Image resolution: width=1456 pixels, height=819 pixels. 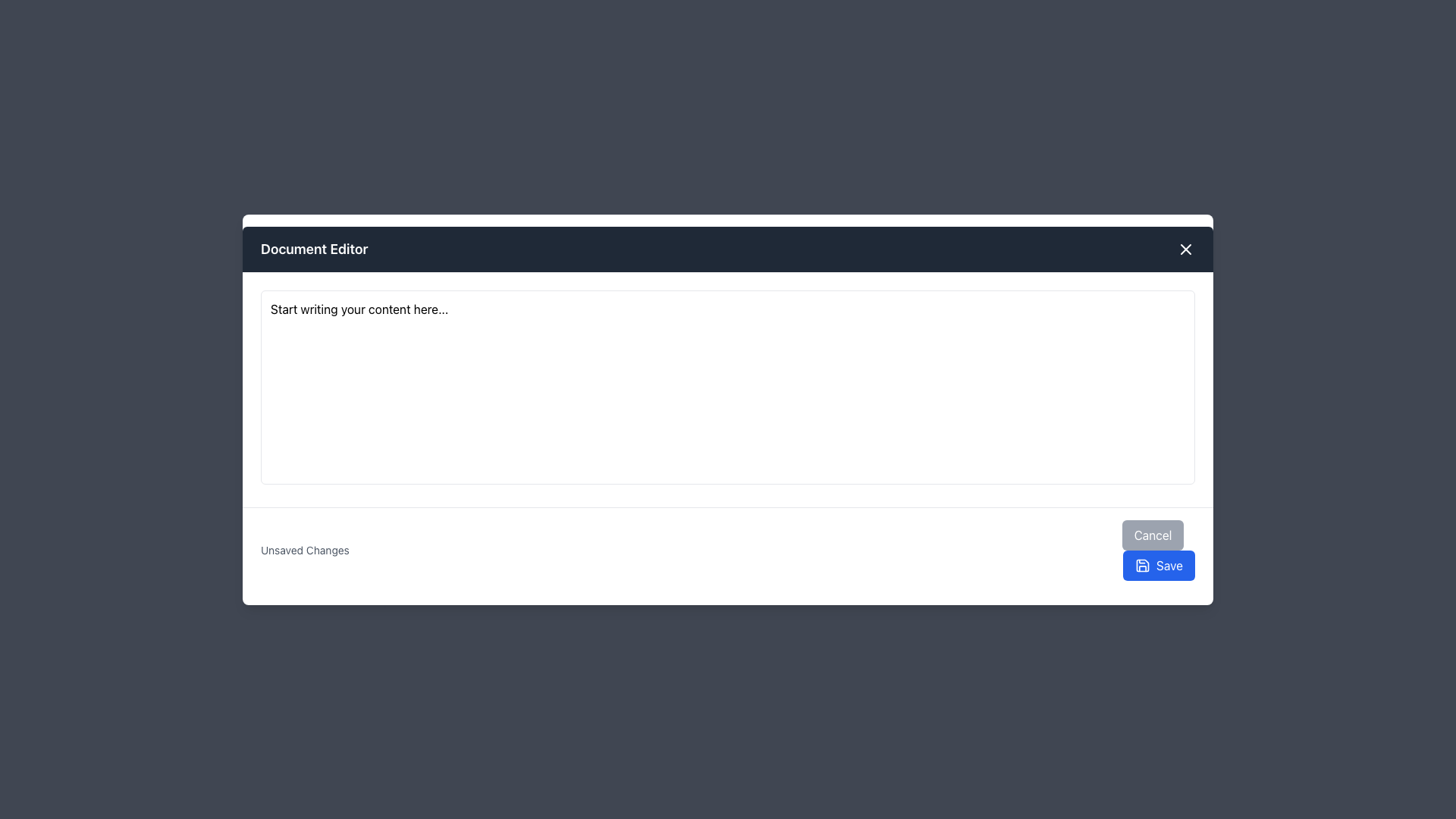 I want to click on the 'Save' button in the bottom-right corner of the modal interface to confirm changes, so click(x=1153, y=550).